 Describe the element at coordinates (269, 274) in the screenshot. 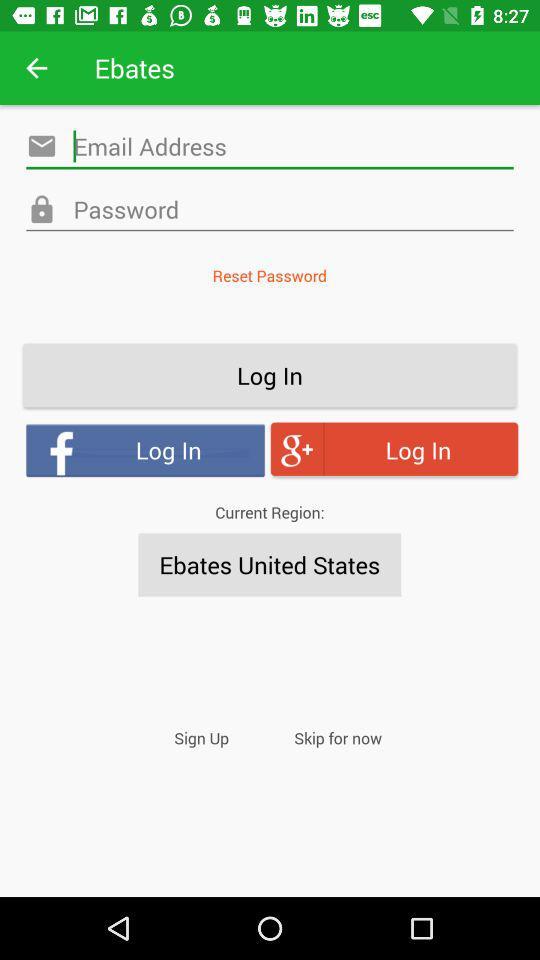

I see `icon above the log in` at that location.